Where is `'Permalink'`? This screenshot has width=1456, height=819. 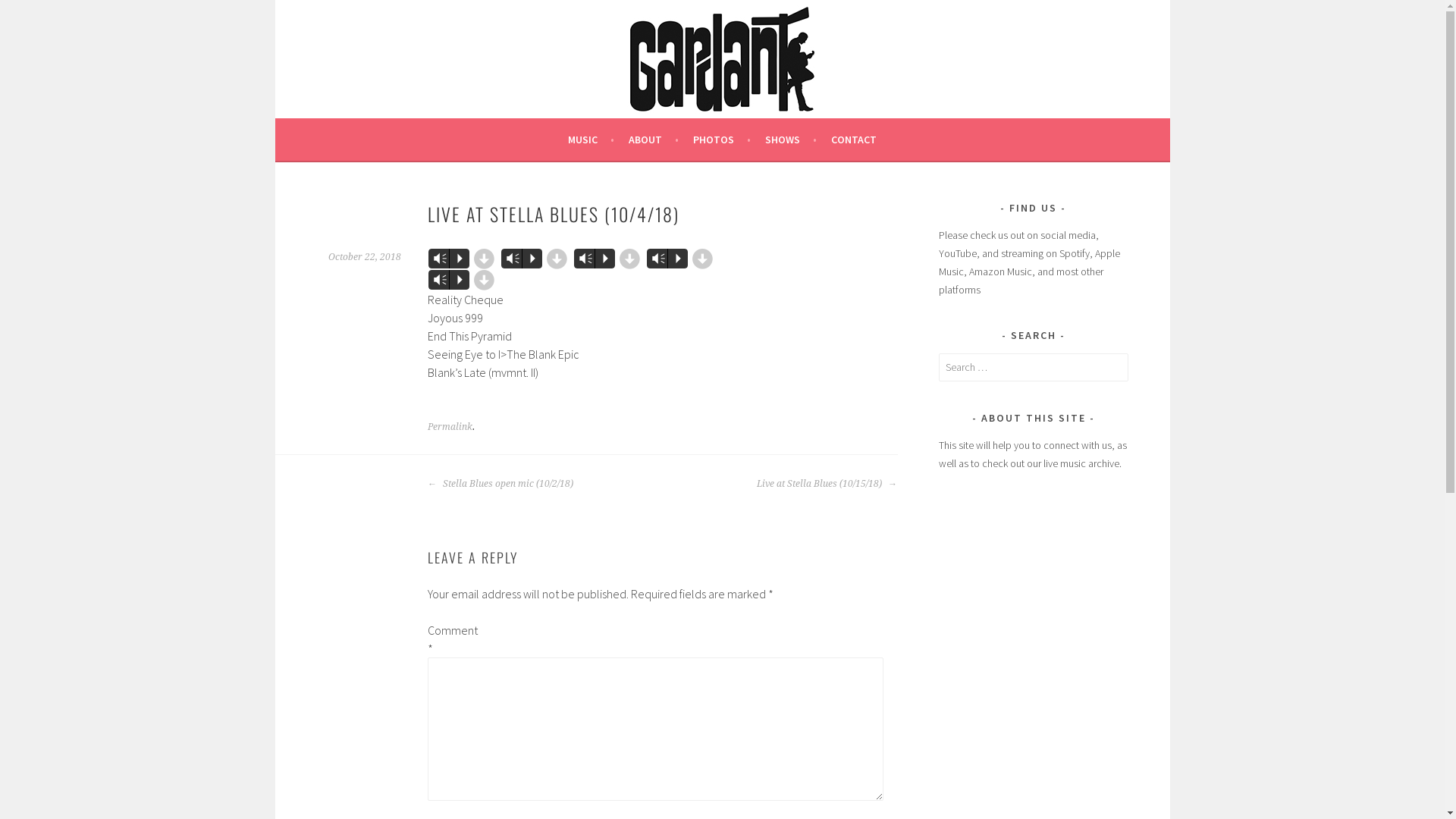 'Permalink' is located at coordinates (449, 427).